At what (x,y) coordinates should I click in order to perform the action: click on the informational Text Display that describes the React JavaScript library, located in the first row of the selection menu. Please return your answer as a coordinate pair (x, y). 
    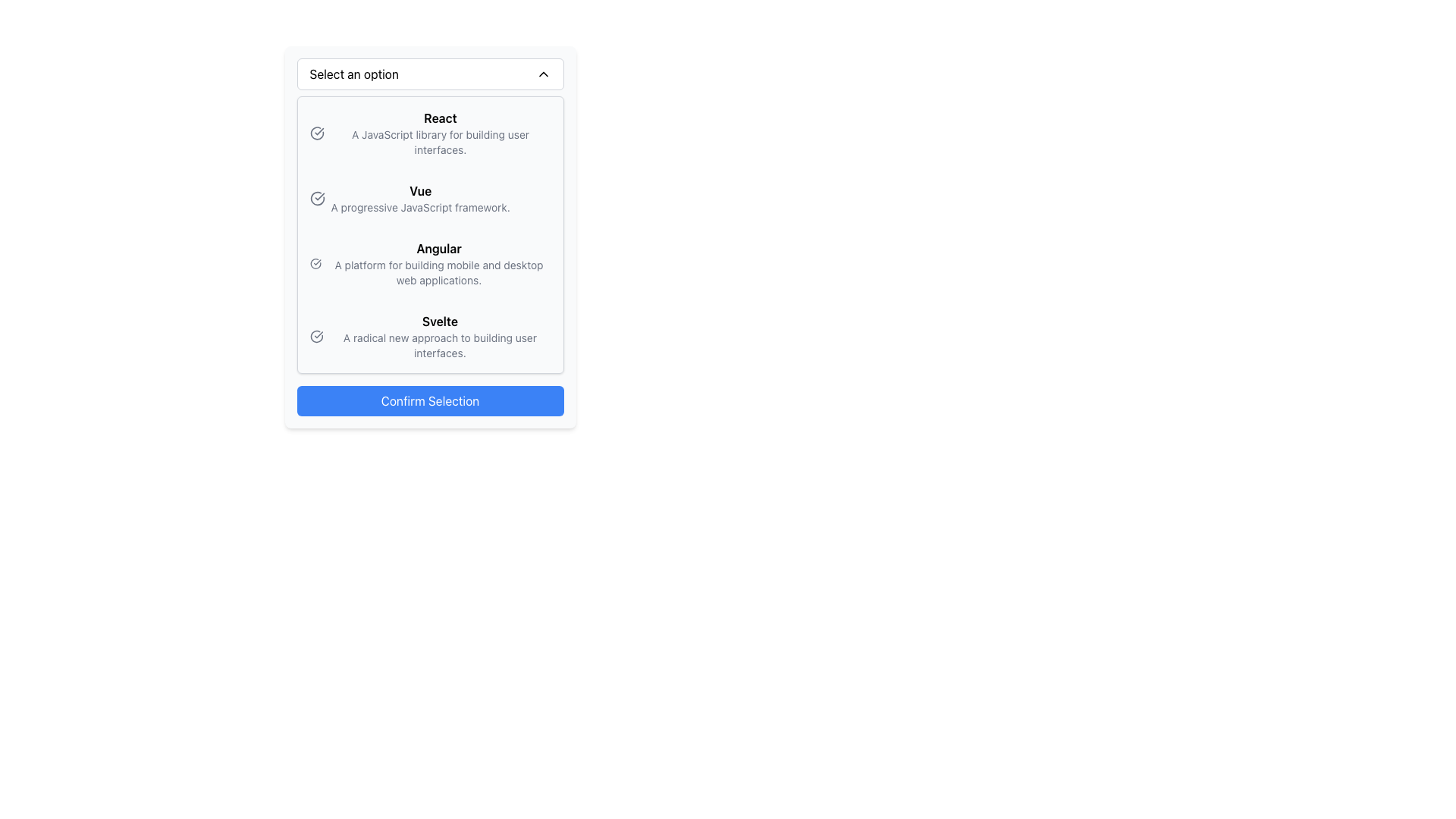
    Looking at the image, I should click on (439, 133).